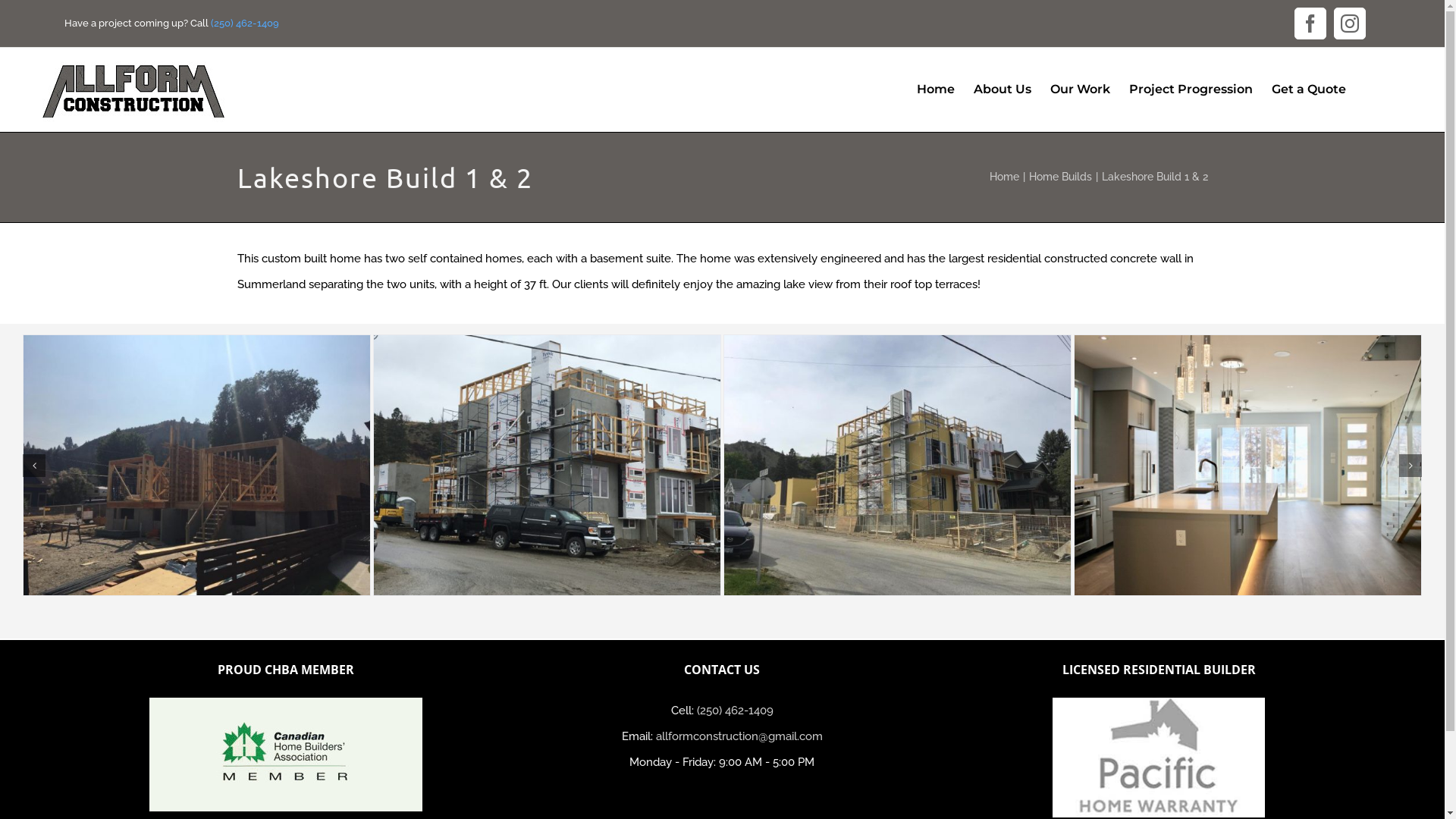 The height and width of the screenshot is (819, 1456). I want to click on 'About Us', so click(1002, 89).